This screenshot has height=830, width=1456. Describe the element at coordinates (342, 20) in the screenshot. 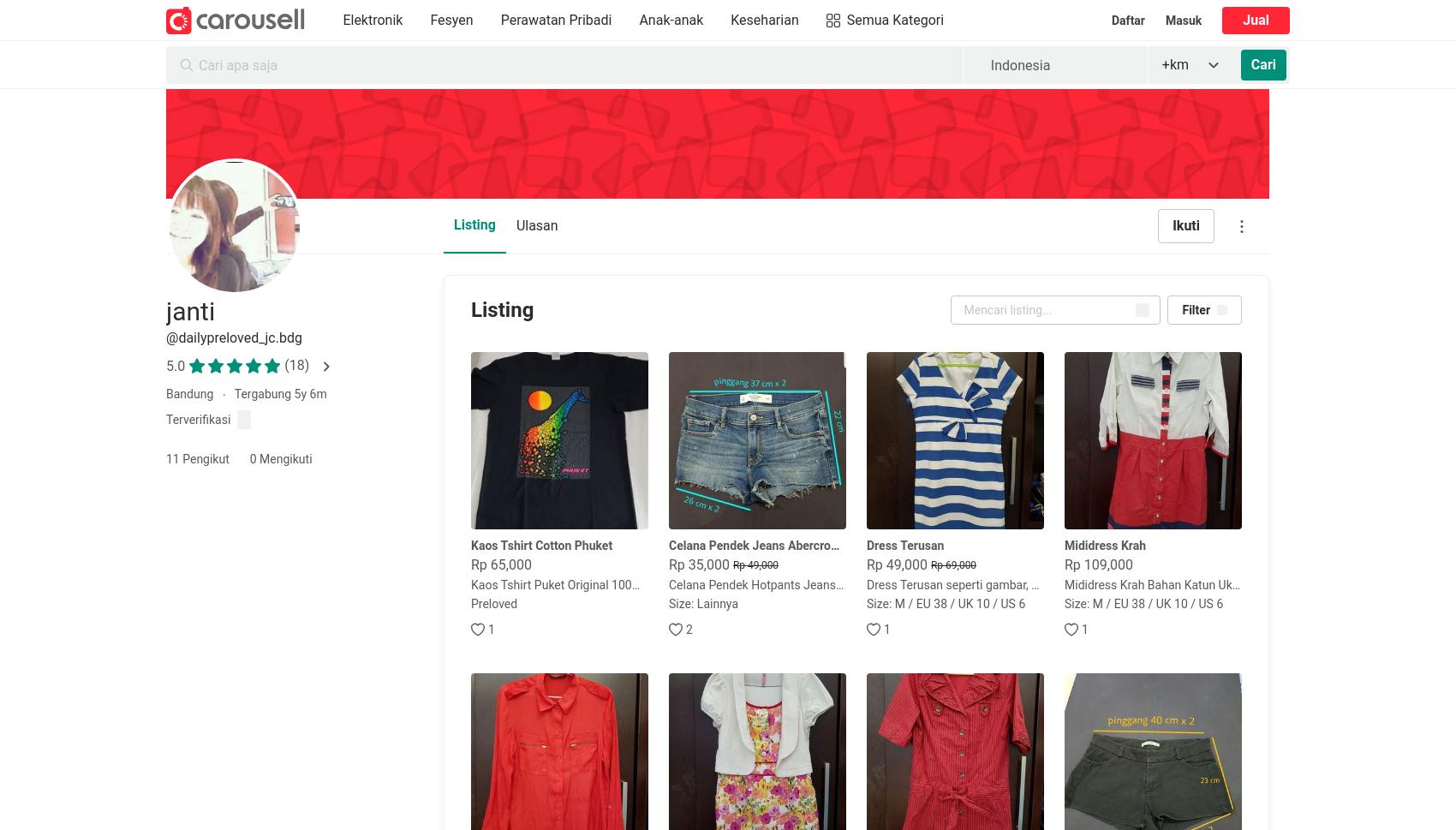

I see `'Elektronik'` at that location.